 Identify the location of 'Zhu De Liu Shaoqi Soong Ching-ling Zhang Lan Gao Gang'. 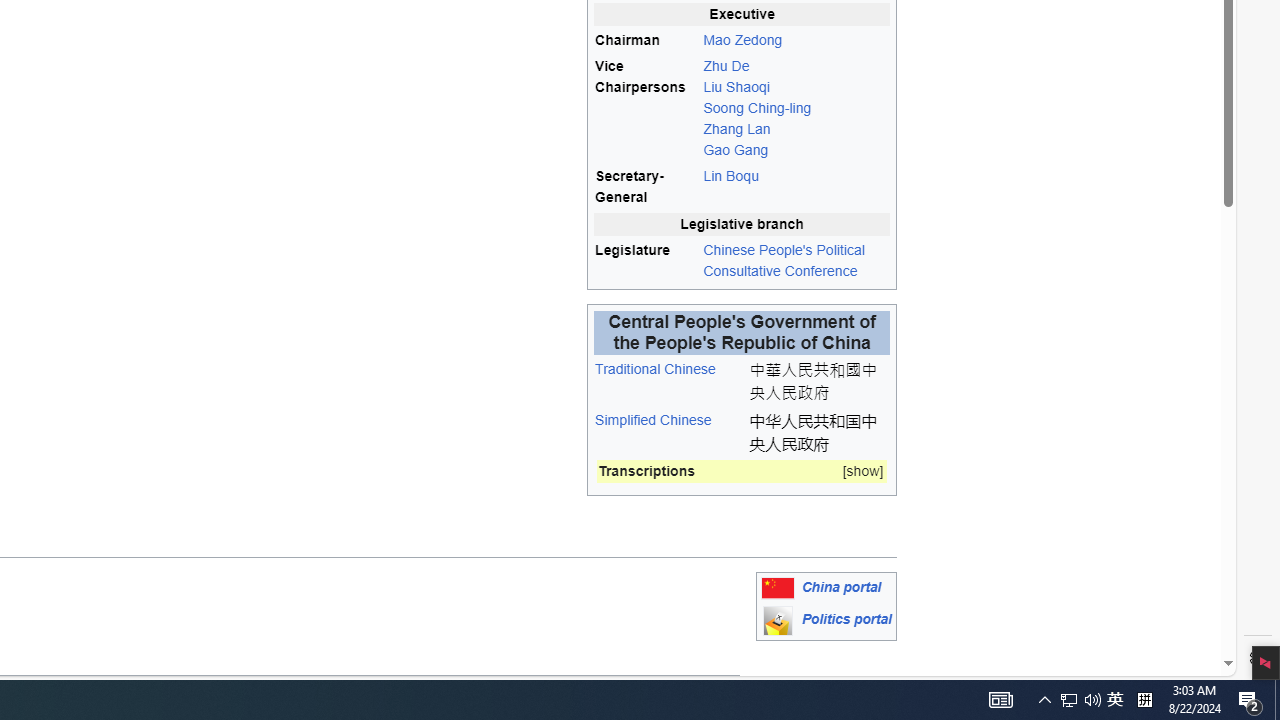
(795, 108).